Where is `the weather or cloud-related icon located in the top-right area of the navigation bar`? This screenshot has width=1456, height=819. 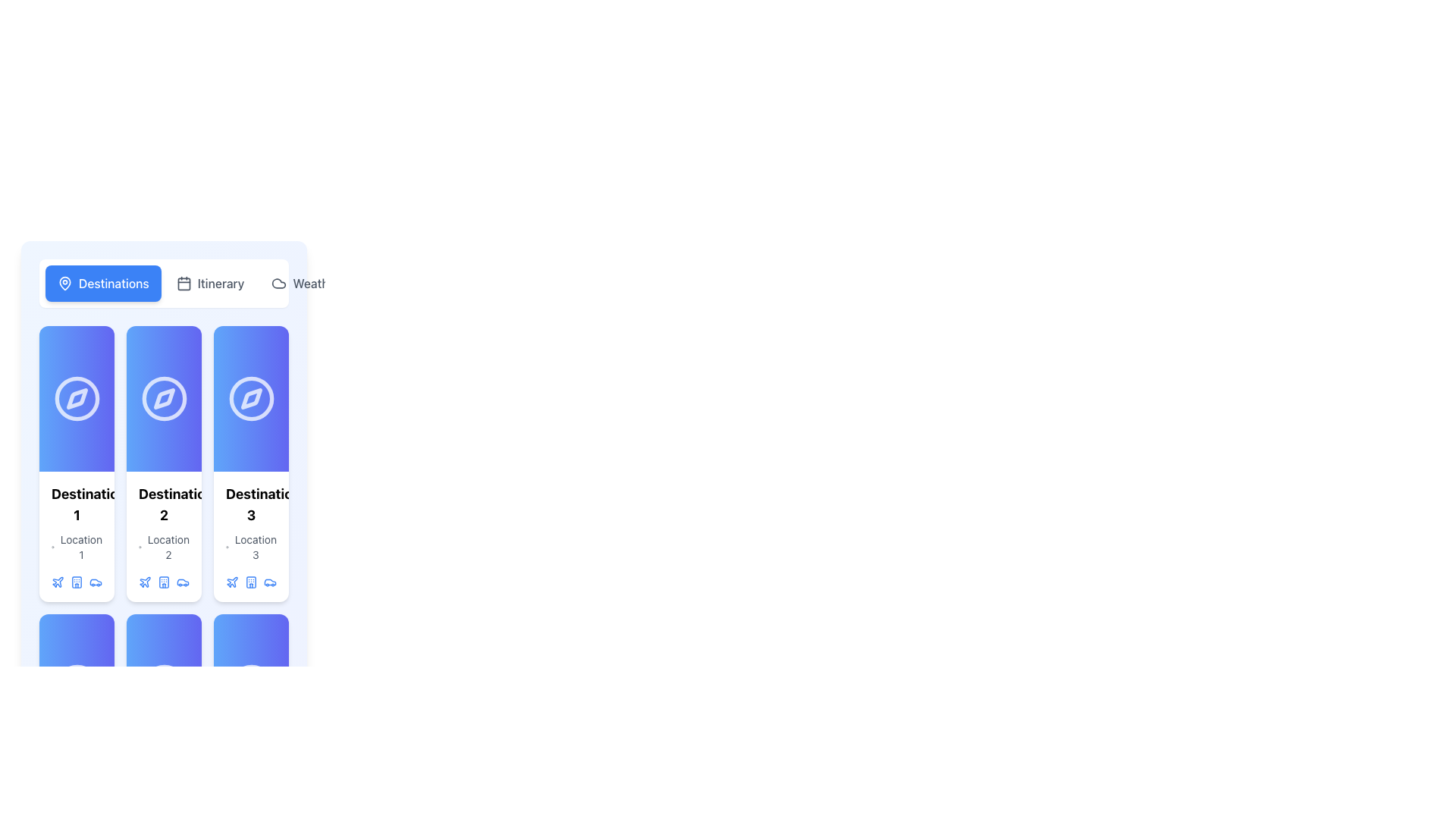 the weather or cloud-related icon located in the top-right area of the navigation bar is located at coordinates (279, 284).